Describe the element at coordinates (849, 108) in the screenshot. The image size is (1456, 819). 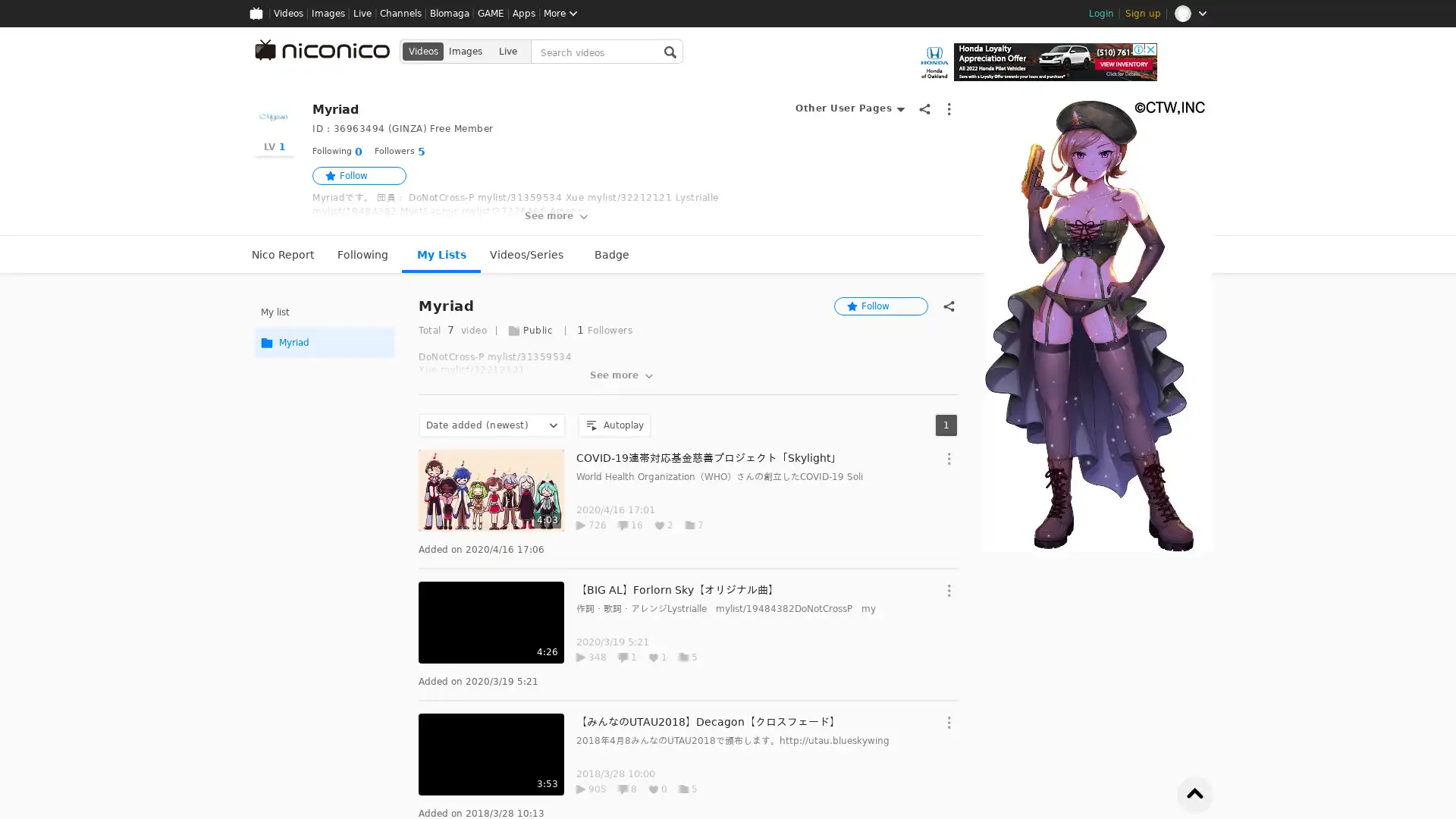
I see `Other User Pages` at that location.